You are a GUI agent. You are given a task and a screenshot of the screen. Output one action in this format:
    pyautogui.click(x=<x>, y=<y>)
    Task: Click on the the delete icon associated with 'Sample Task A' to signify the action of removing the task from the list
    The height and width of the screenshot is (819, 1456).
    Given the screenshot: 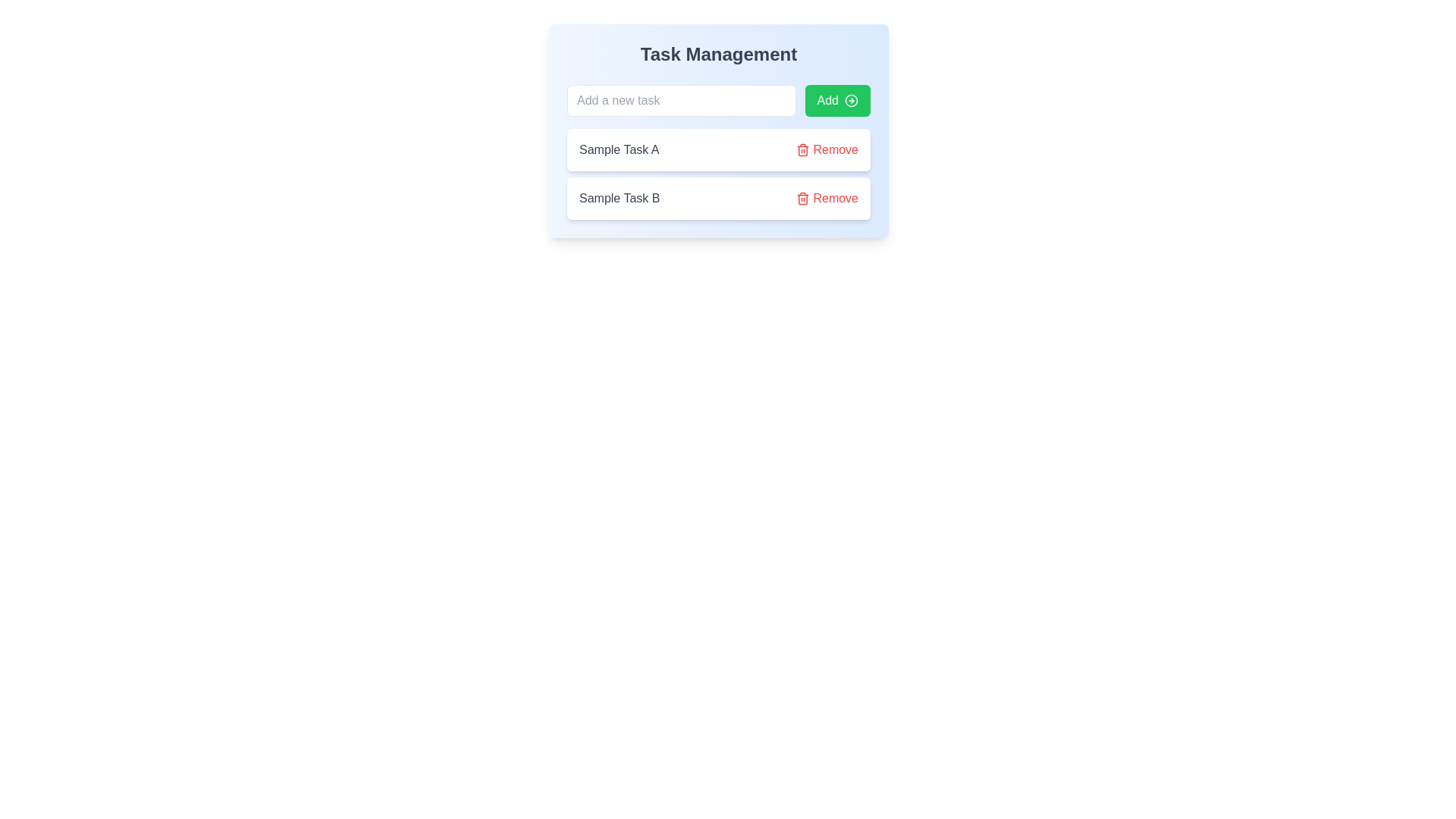 What is the action you would take?
    pyautogui.click(x=802, y=151)
    